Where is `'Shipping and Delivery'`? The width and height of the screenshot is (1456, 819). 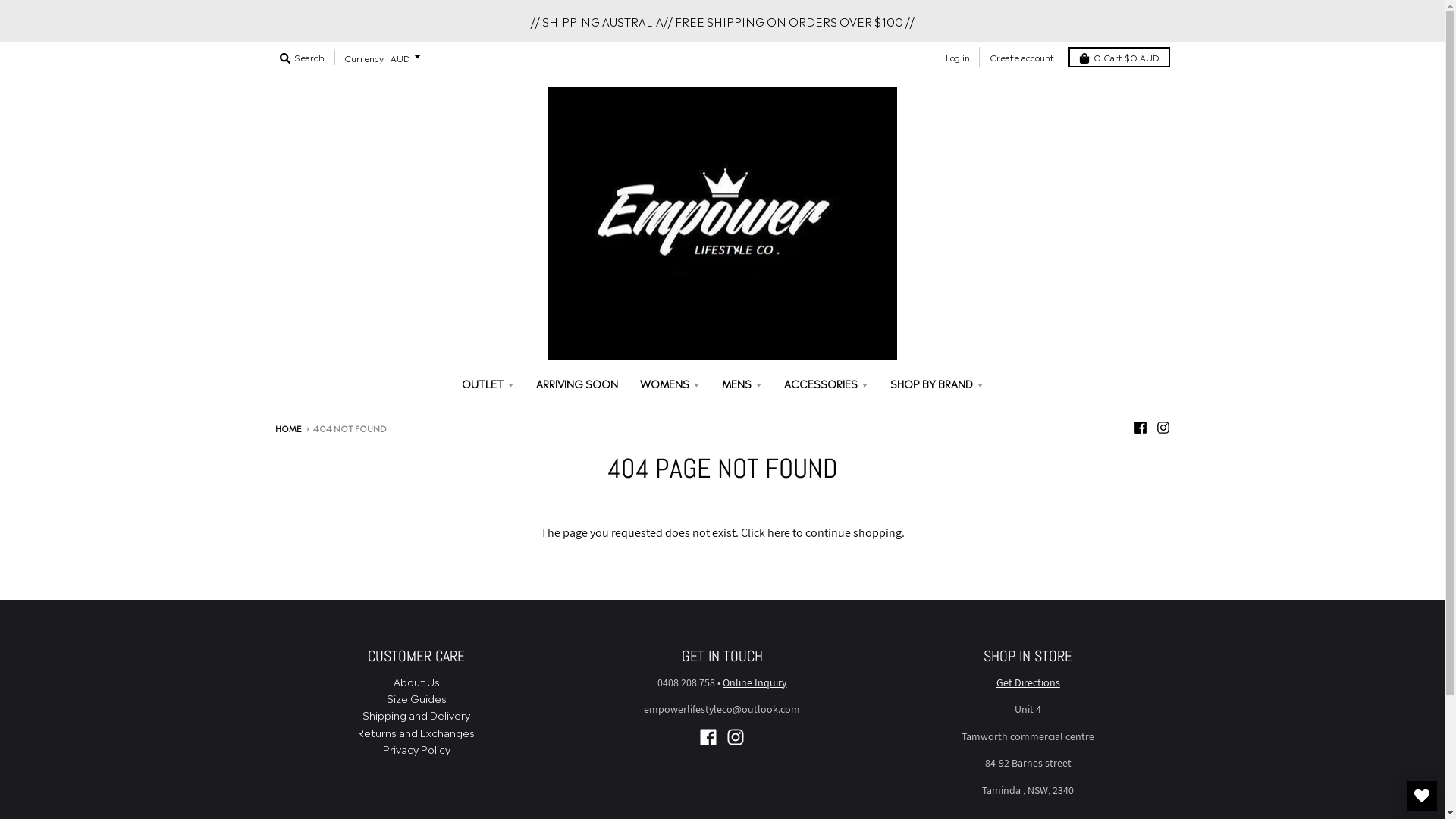 'Shipping and Delivery' is located at coordinates (416, 714).